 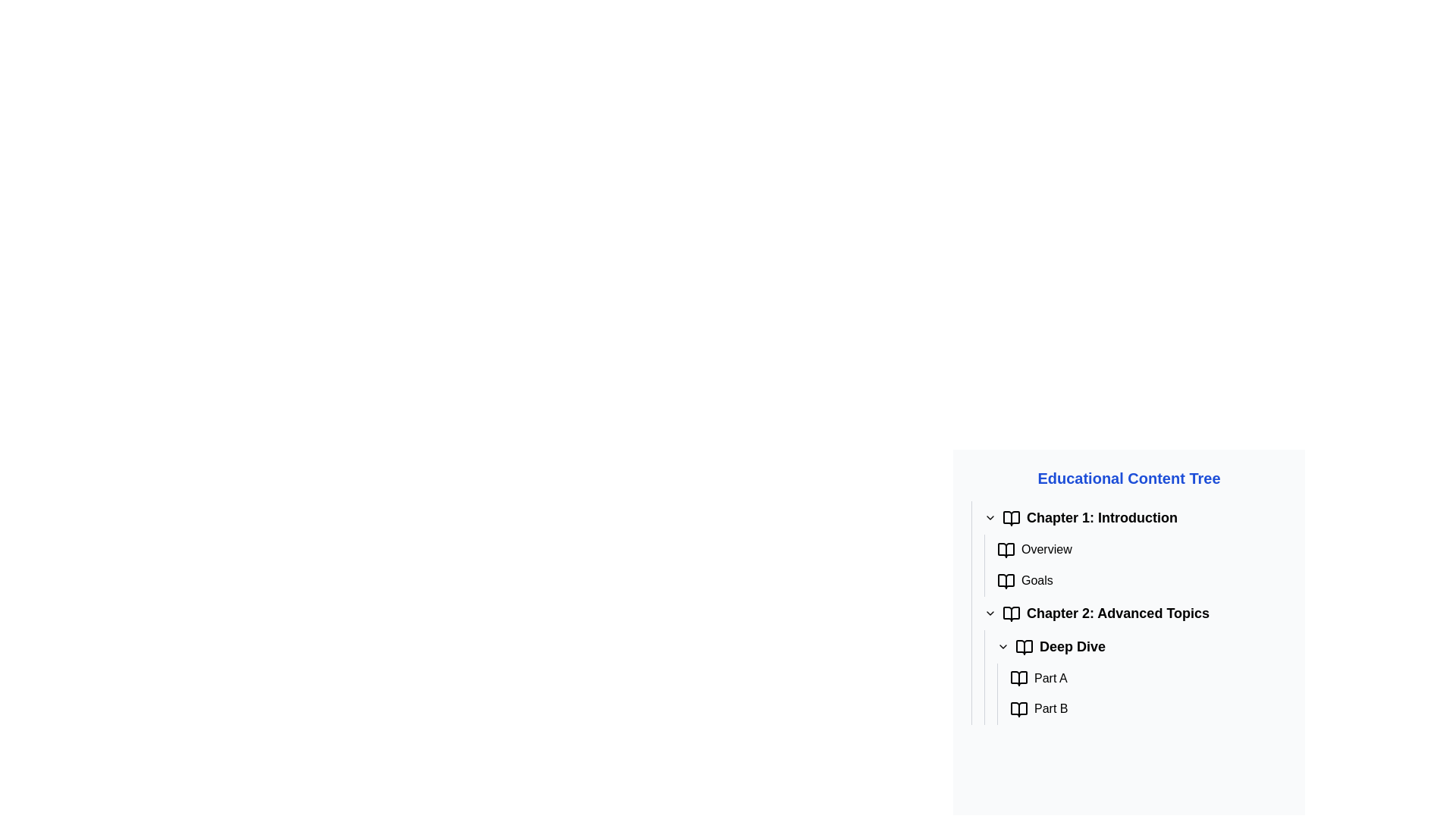 What do you see at coordinates (1003, 646) in the screenshot?
I see `the downward-pointing chevron icon located to the left of the text 'Deep Dive'` at bounding box center [1003, 646].